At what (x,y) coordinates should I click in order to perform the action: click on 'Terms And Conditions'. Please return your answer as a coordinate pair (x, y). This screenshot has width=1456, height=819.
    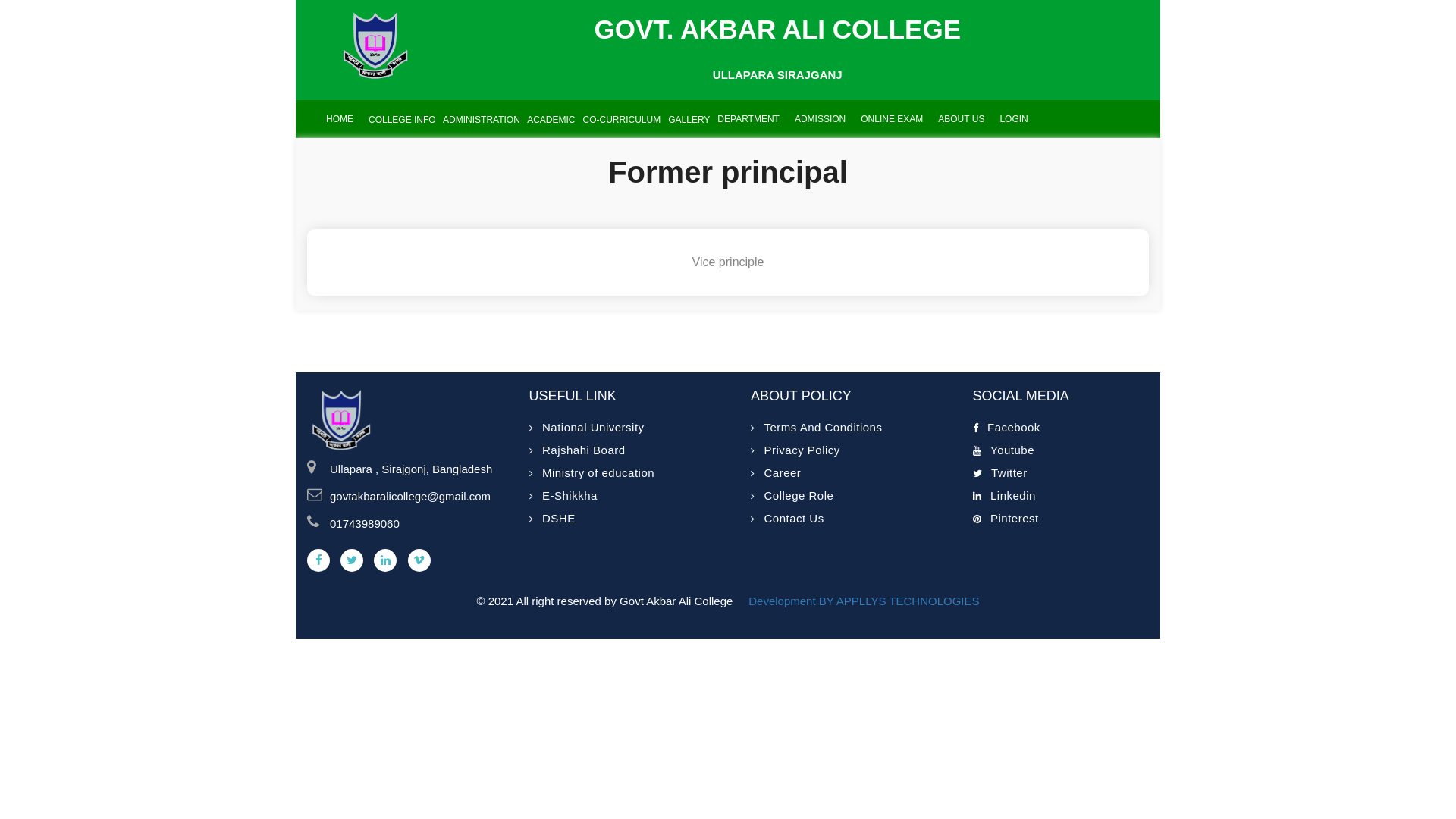
    Looking at the image, I should click on (815, 427).